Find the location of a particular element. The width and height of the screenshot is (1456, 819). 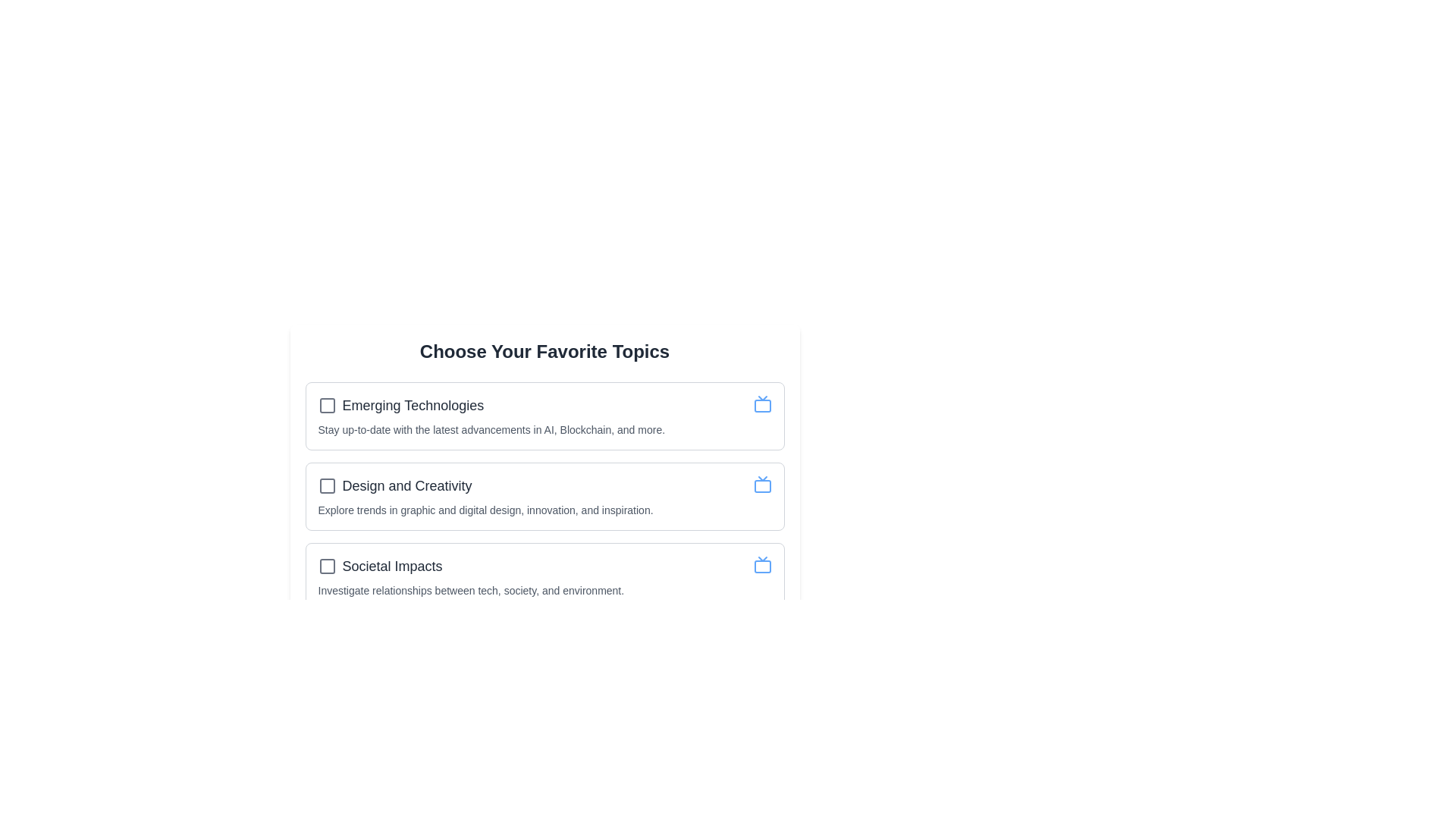

the 'Societal Impacts' icon located to the right of the 'Societal Impacts' label, at the end of the third row in the list under 'Choose Your Favorite Topics' is located at coordinates (762, 564).